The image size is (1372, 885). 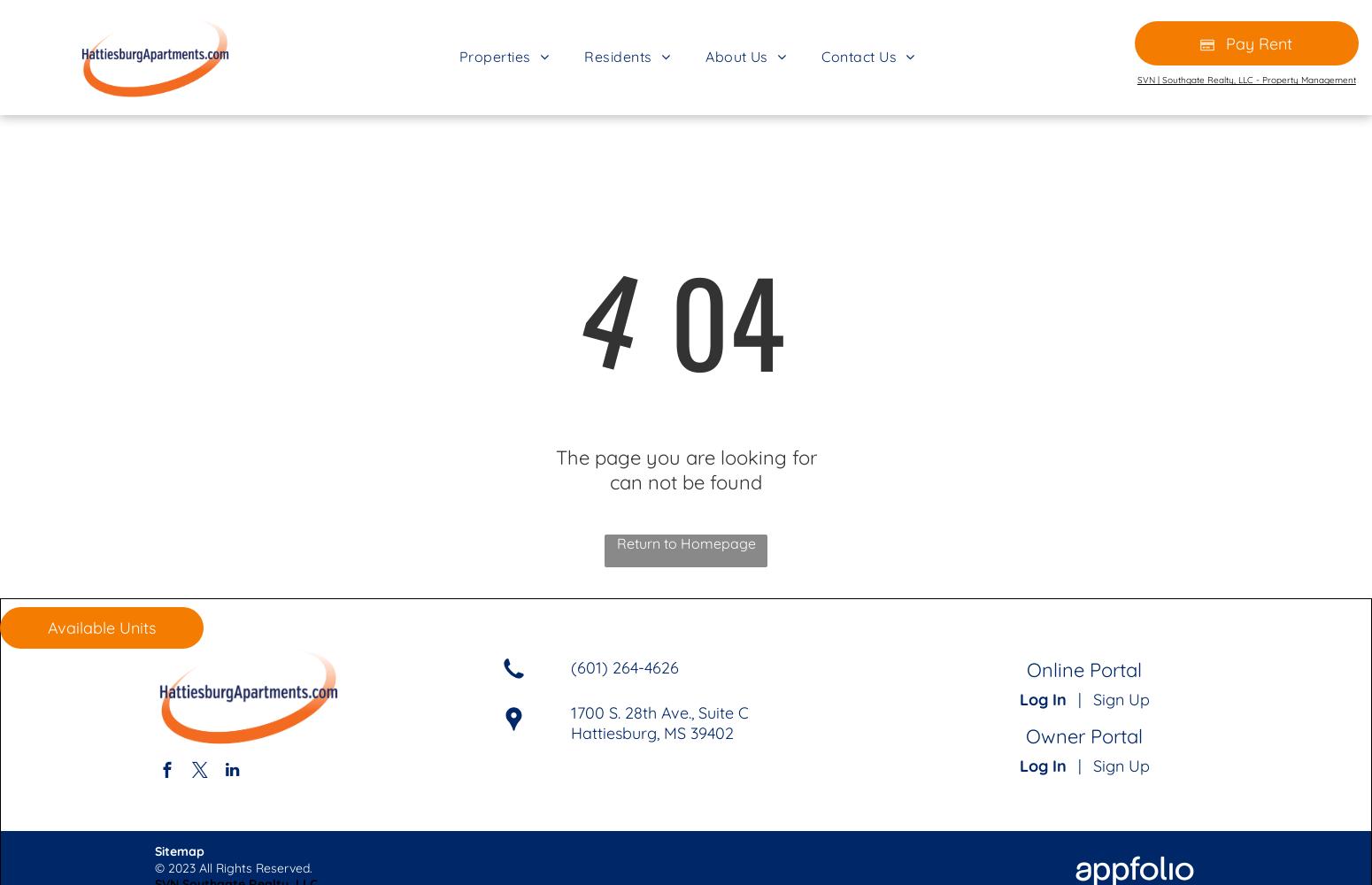 What do you see at coordinates (625, 667) in the screenshot?
I see `'(601) 264-4626'` at bounding box center [625, 667].